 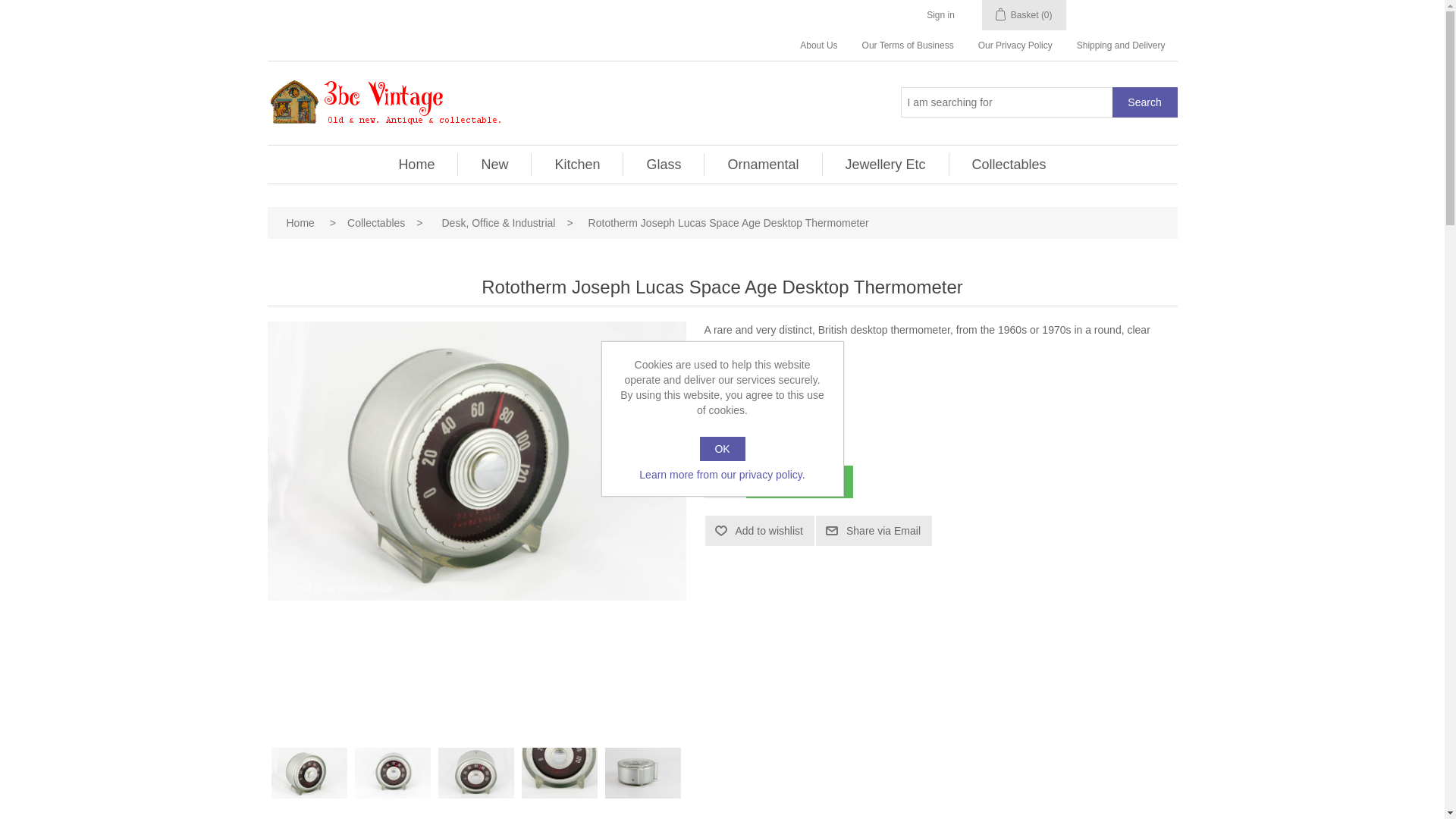 I want to click on 'Basket (0)', so click(x=1024, y=14).